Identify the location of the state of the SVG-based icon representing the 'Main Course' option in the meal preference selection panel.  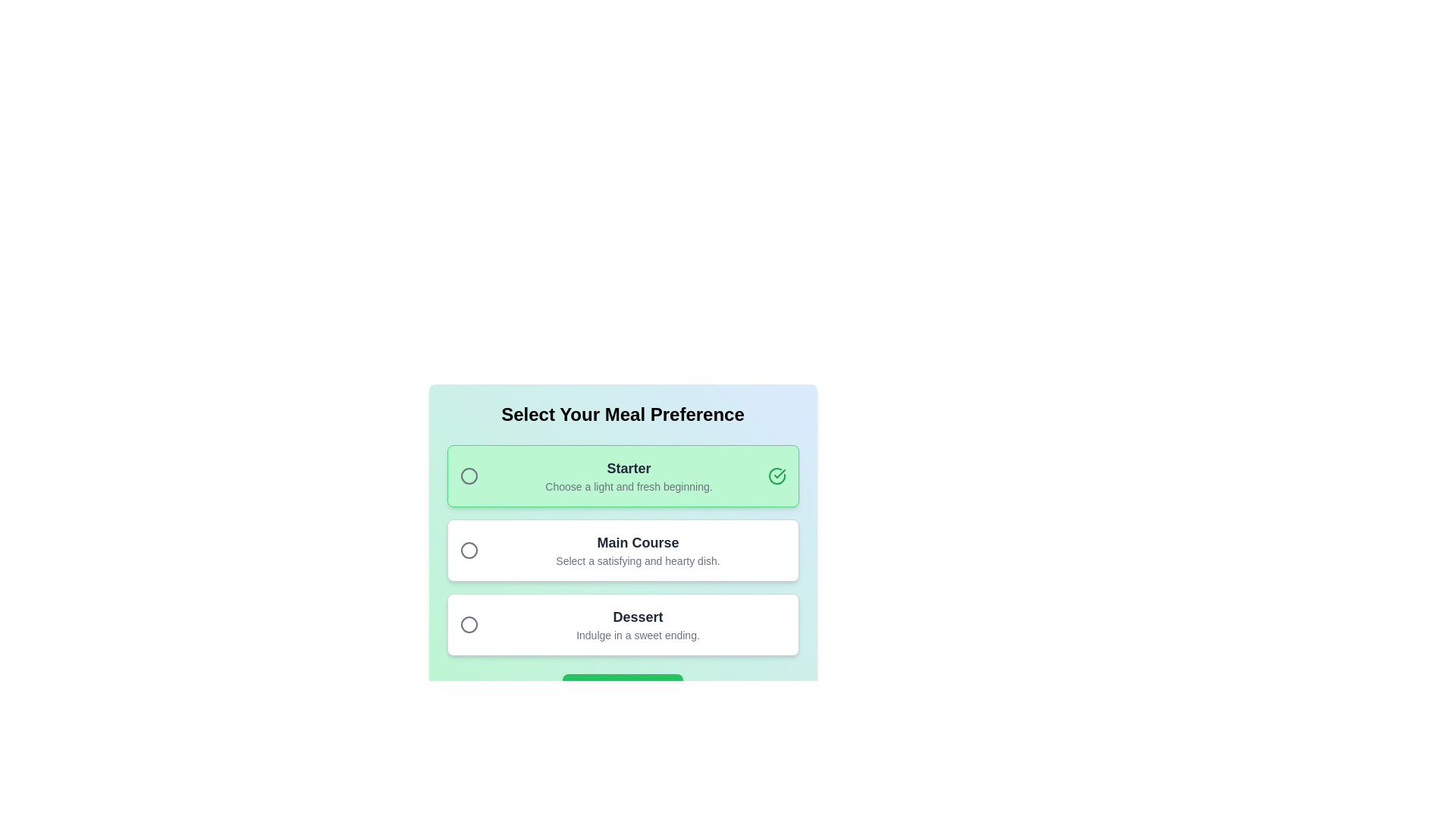
(468, 550).